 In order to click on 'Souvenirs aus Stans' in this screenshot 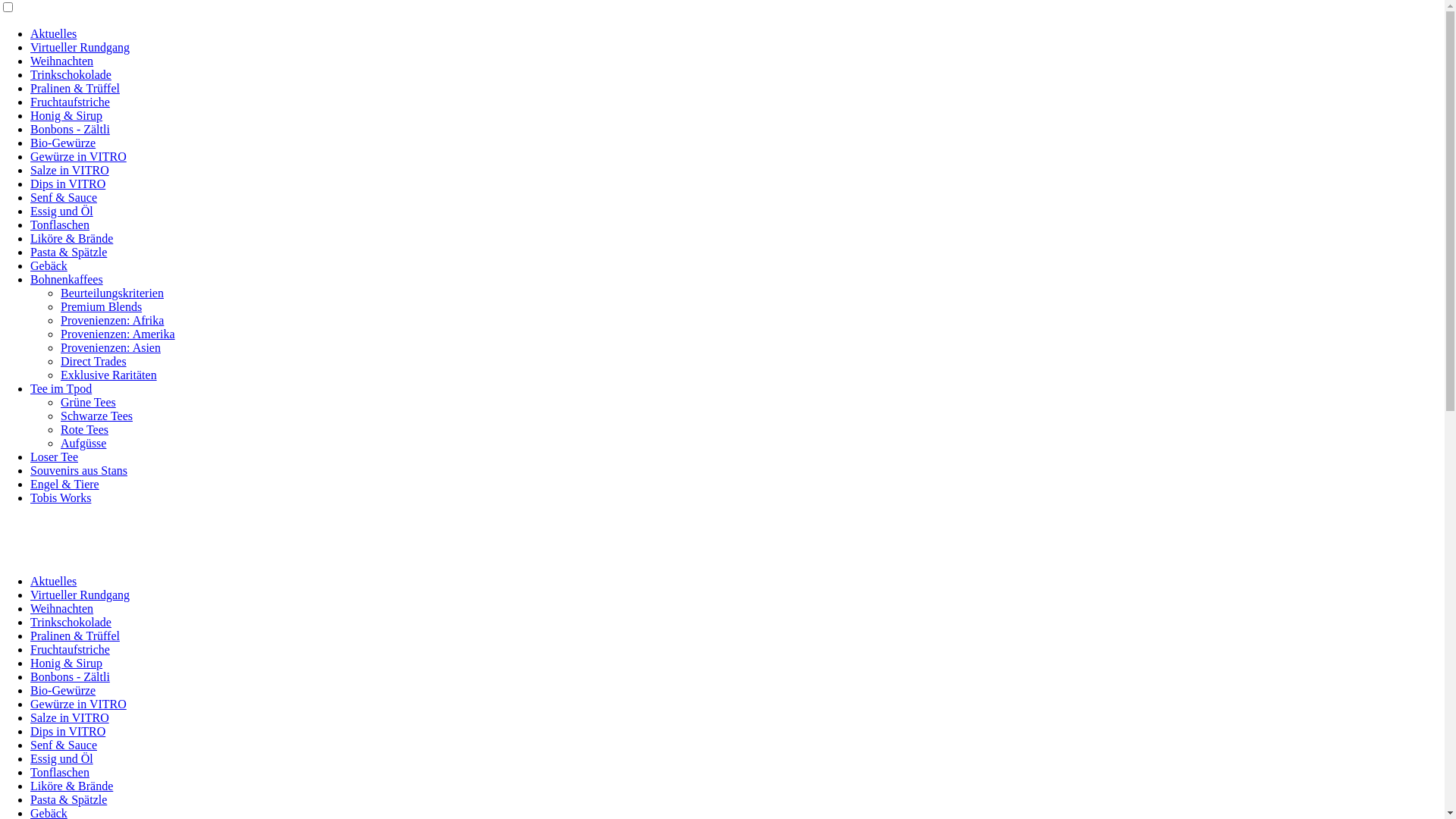, I will do `click(30, 469)`.